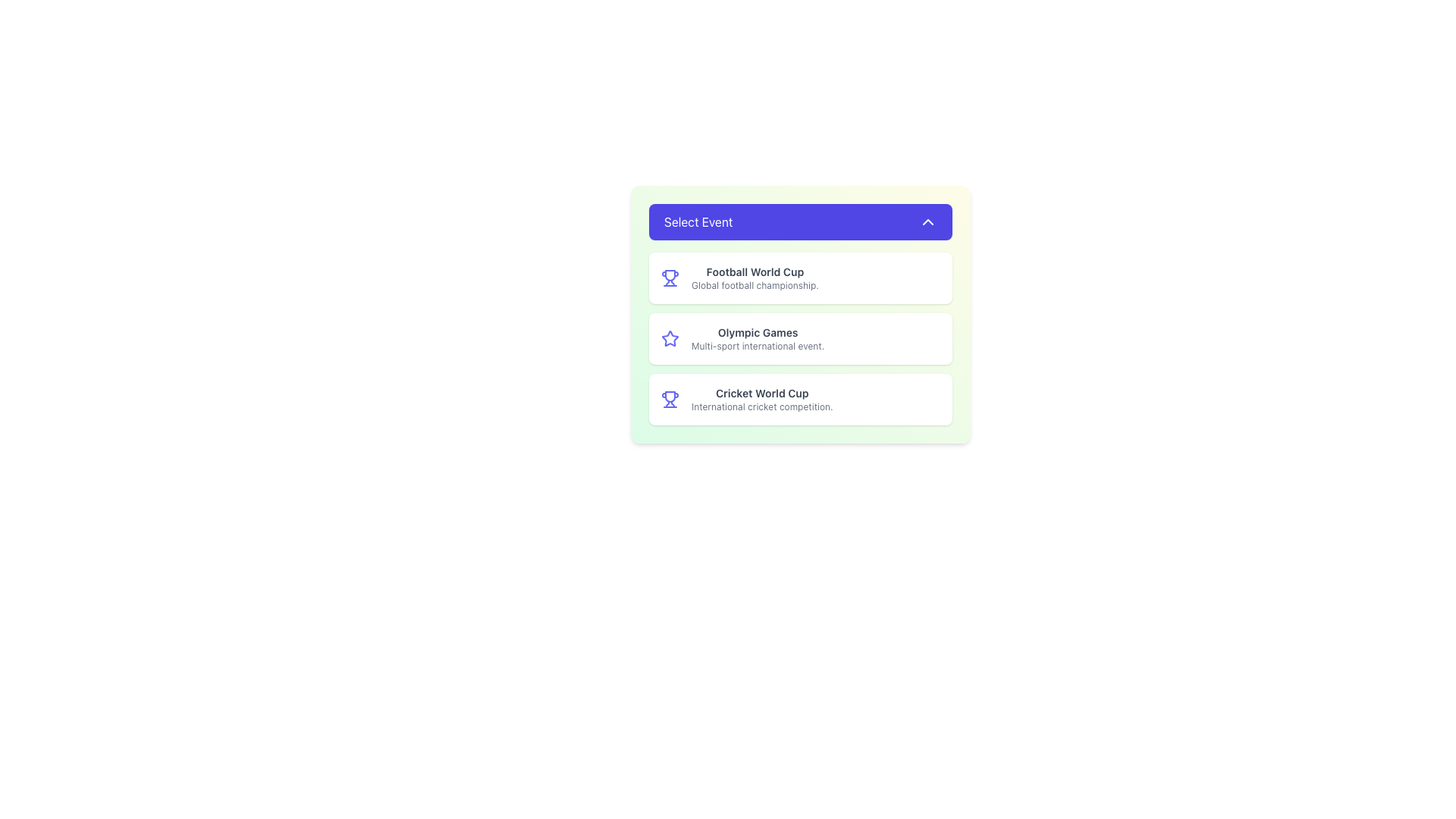  What do you see at coordinates (800, 399) in the screenshot?
I see `the selectable tile representing the 'Cricket World Cup' event` at bounding box center [800, 399].